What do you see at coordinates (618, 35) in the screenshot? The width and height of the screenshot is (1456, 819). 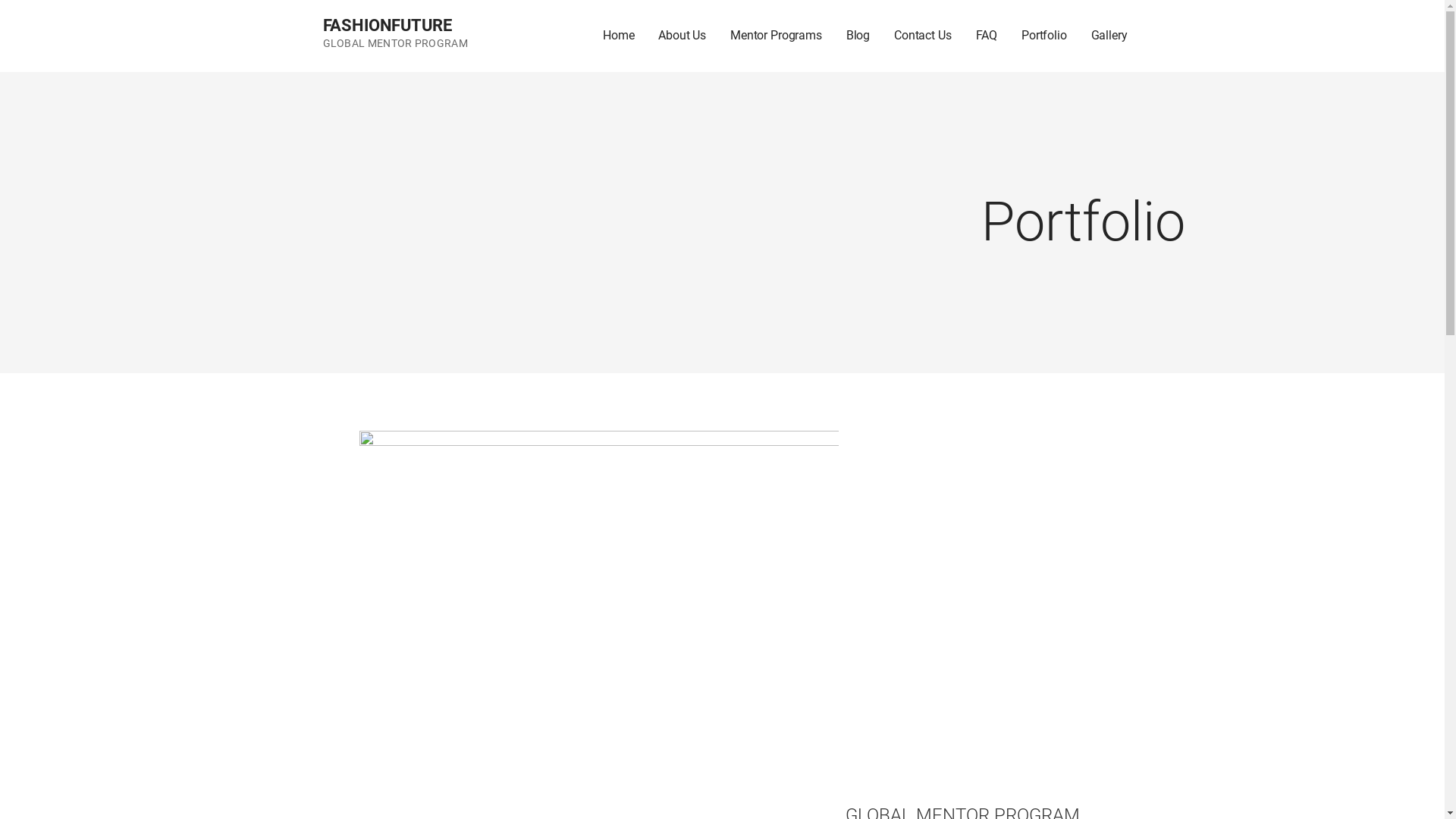 I see `'Home'` at bounding box center [618, 35].